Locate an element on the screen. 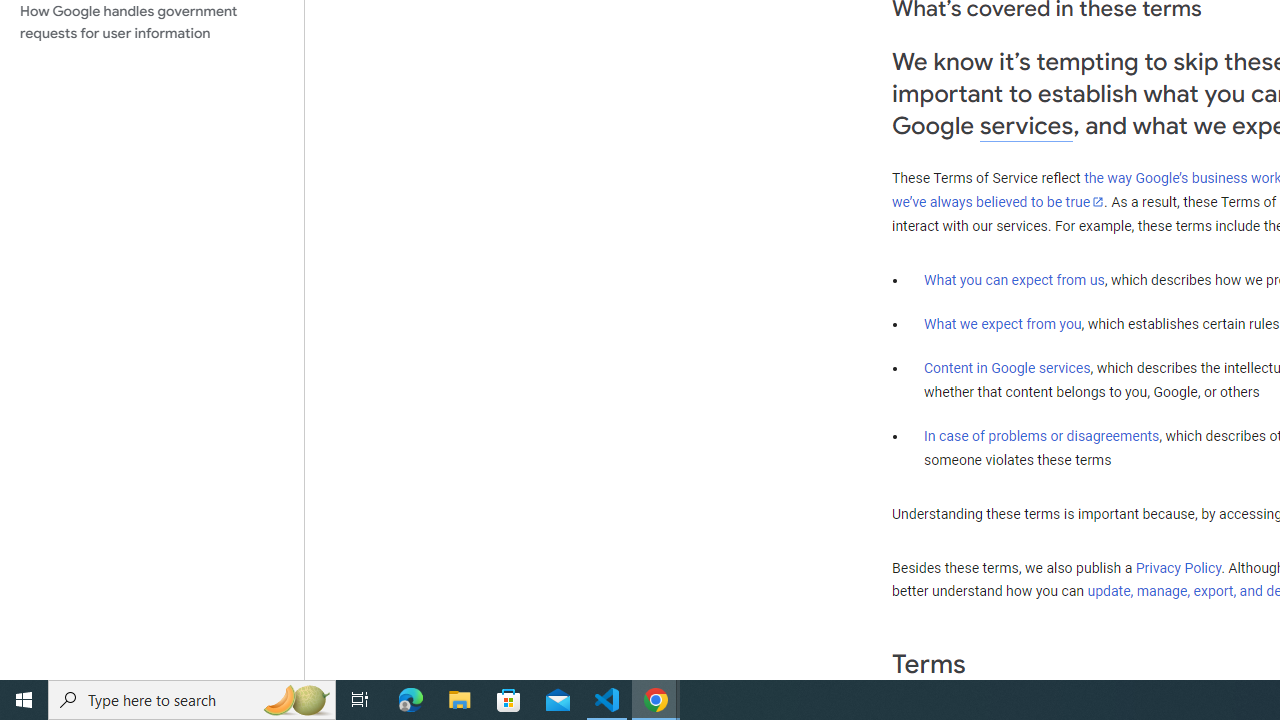  'What you can expect from us' is located at coordinates (1014, 279).